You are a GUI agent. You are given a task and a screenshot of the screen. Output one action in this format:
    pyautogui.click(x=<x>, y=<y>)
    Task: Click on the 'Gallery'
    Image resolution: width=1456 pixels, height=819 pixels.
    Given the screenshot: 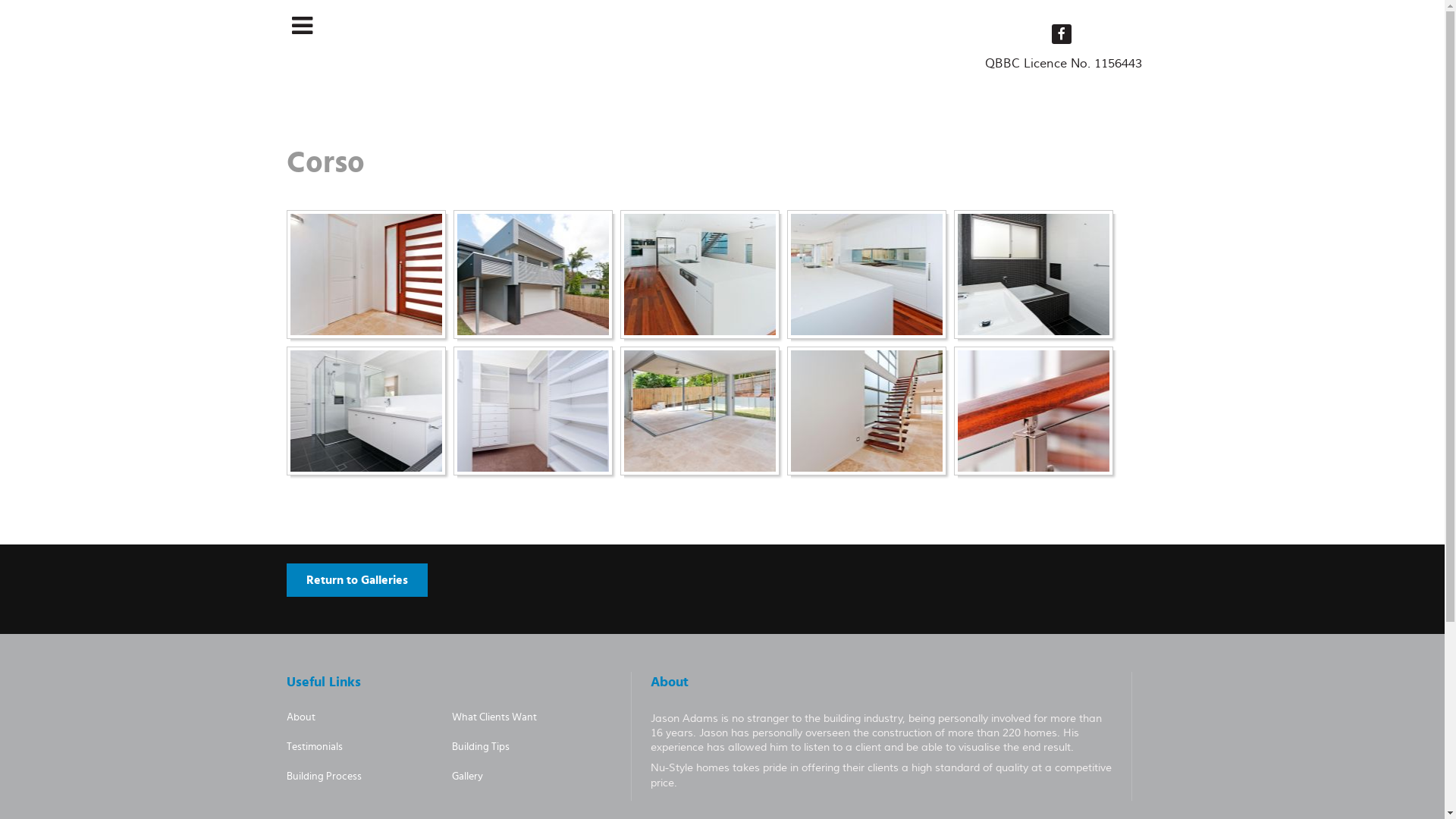 What is the action you would take?
    pyautogui.click(x=466, y=776)
    